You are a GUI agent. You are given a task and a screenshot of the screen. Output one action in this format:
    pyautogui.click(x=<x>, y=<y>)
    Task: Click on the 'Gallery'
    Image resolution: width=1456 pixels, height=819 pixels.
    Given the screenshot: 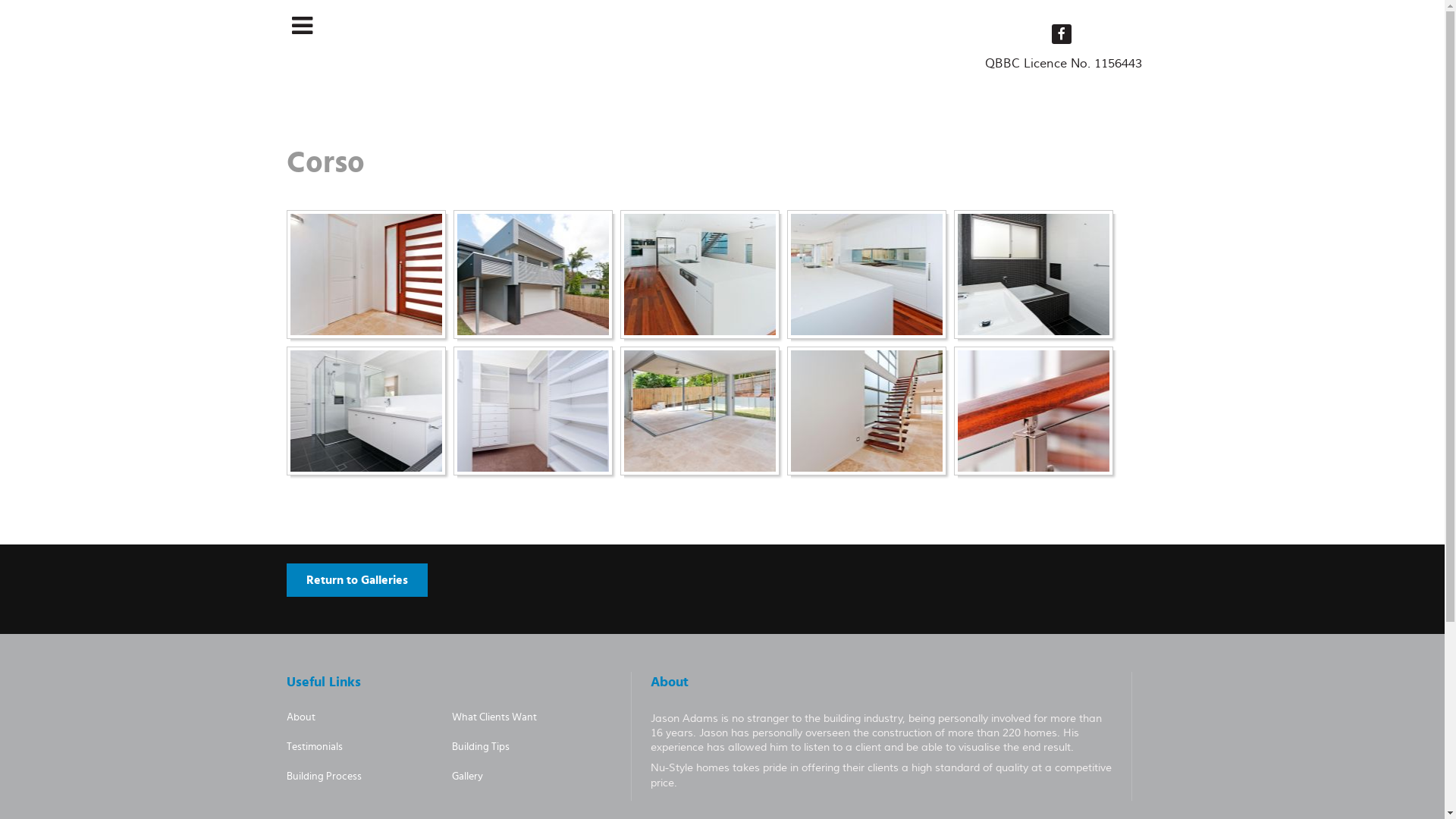 What is the action you would take?
    pyautogui.click(x=466, y=776)
    